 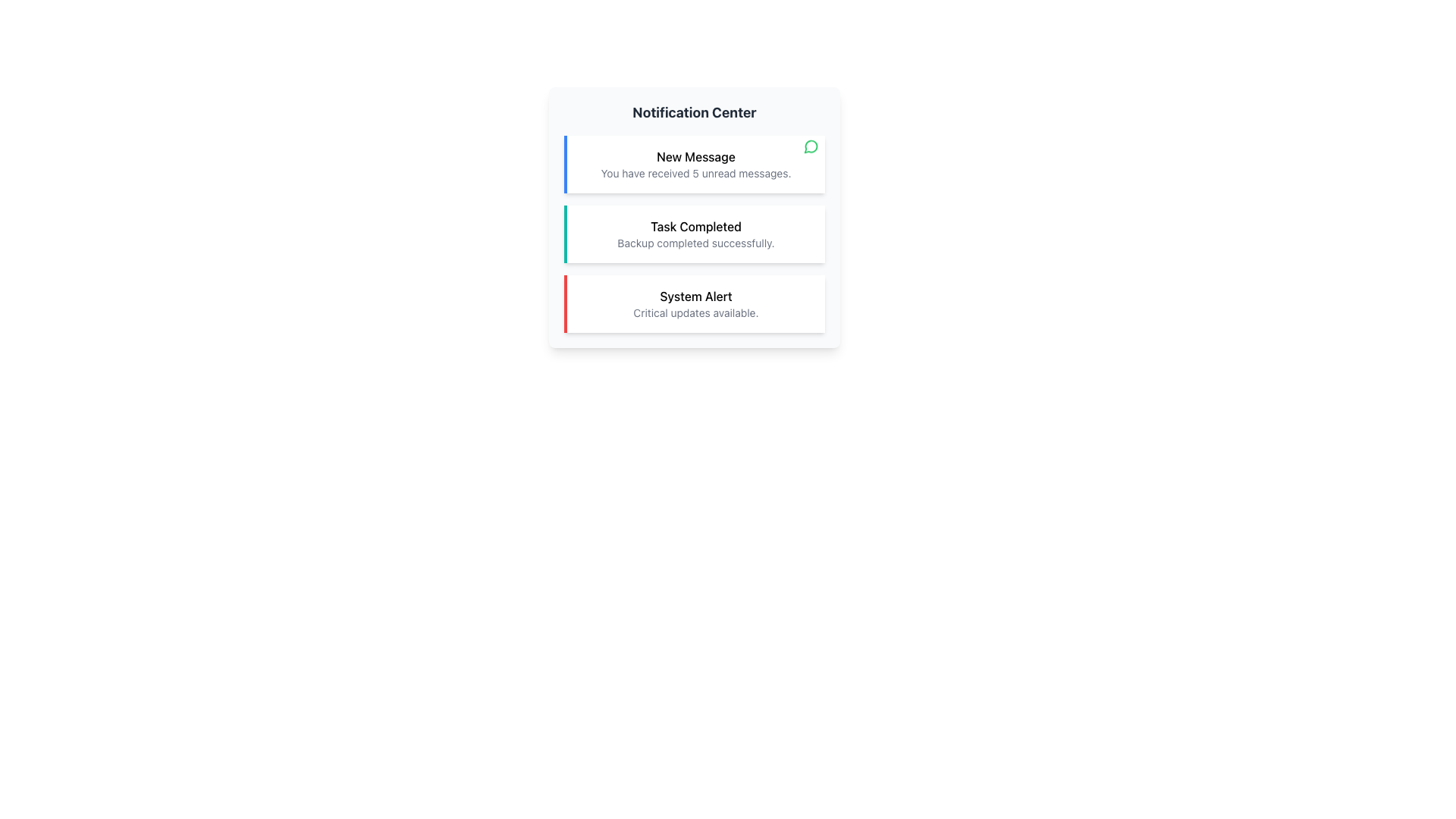 What do you see at coordinates (694, 217) in the screenshot?
I see `the notification in the Notification Panel, which is the second notification item below the 'Notification Center' heading` at bounding box center [694, 217].